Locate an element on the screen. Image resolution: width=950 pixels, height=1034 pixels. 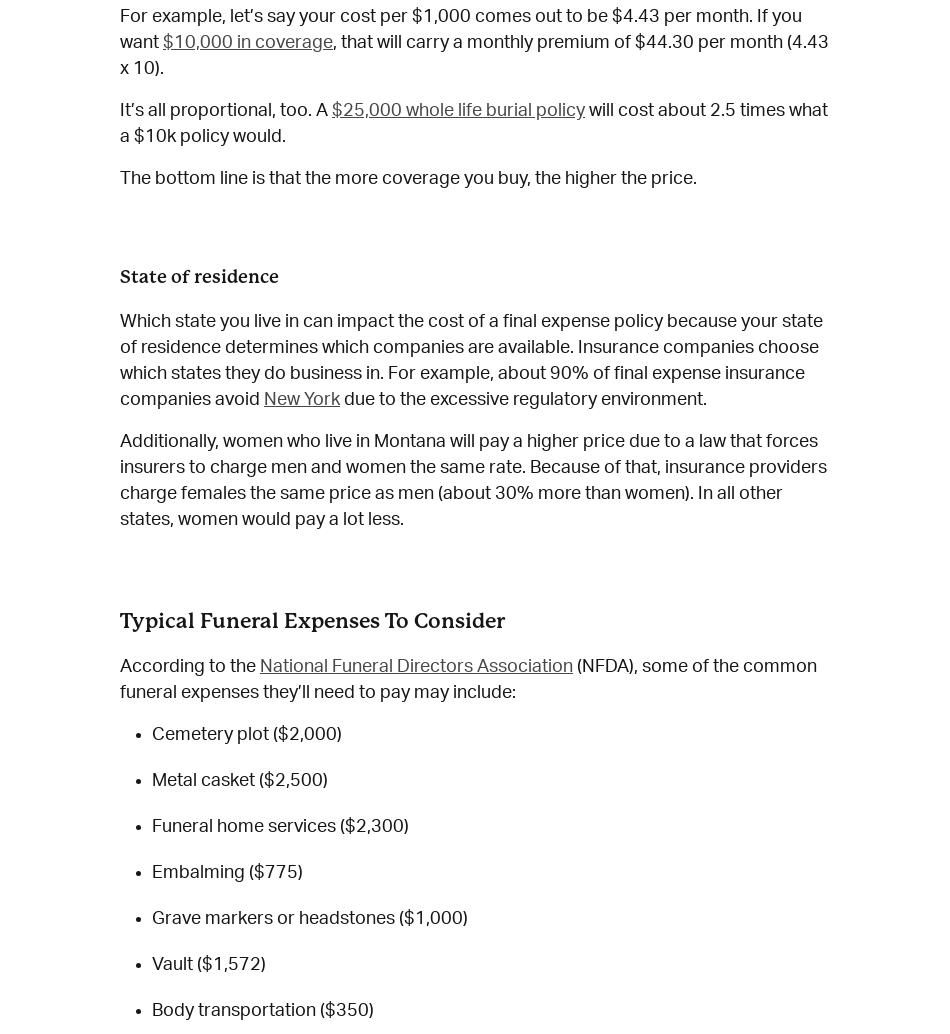
'For example, let’s say your cost per $1,000 comes out to be $4.43 per month. If you want' is located at coordinates (460, 28).